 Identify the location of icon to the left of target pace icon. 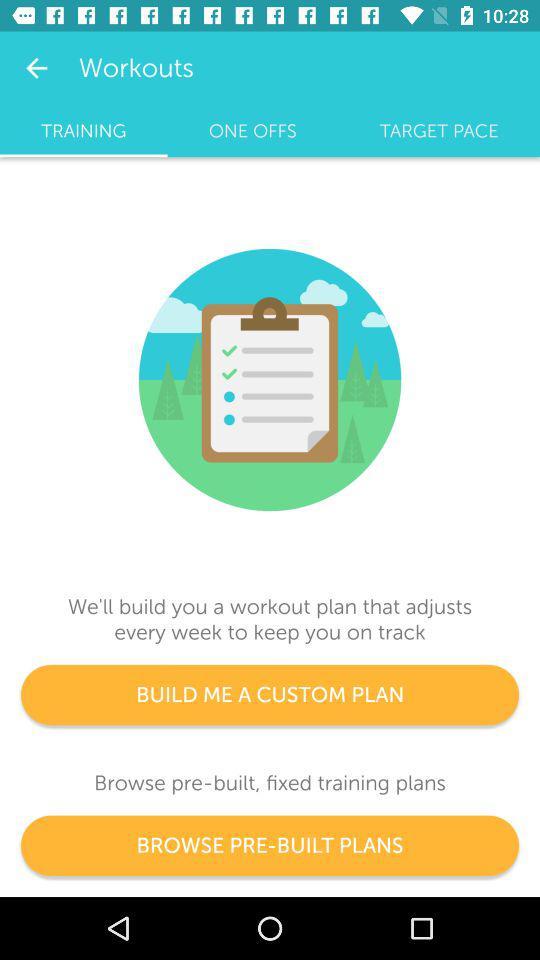
(252, 130).